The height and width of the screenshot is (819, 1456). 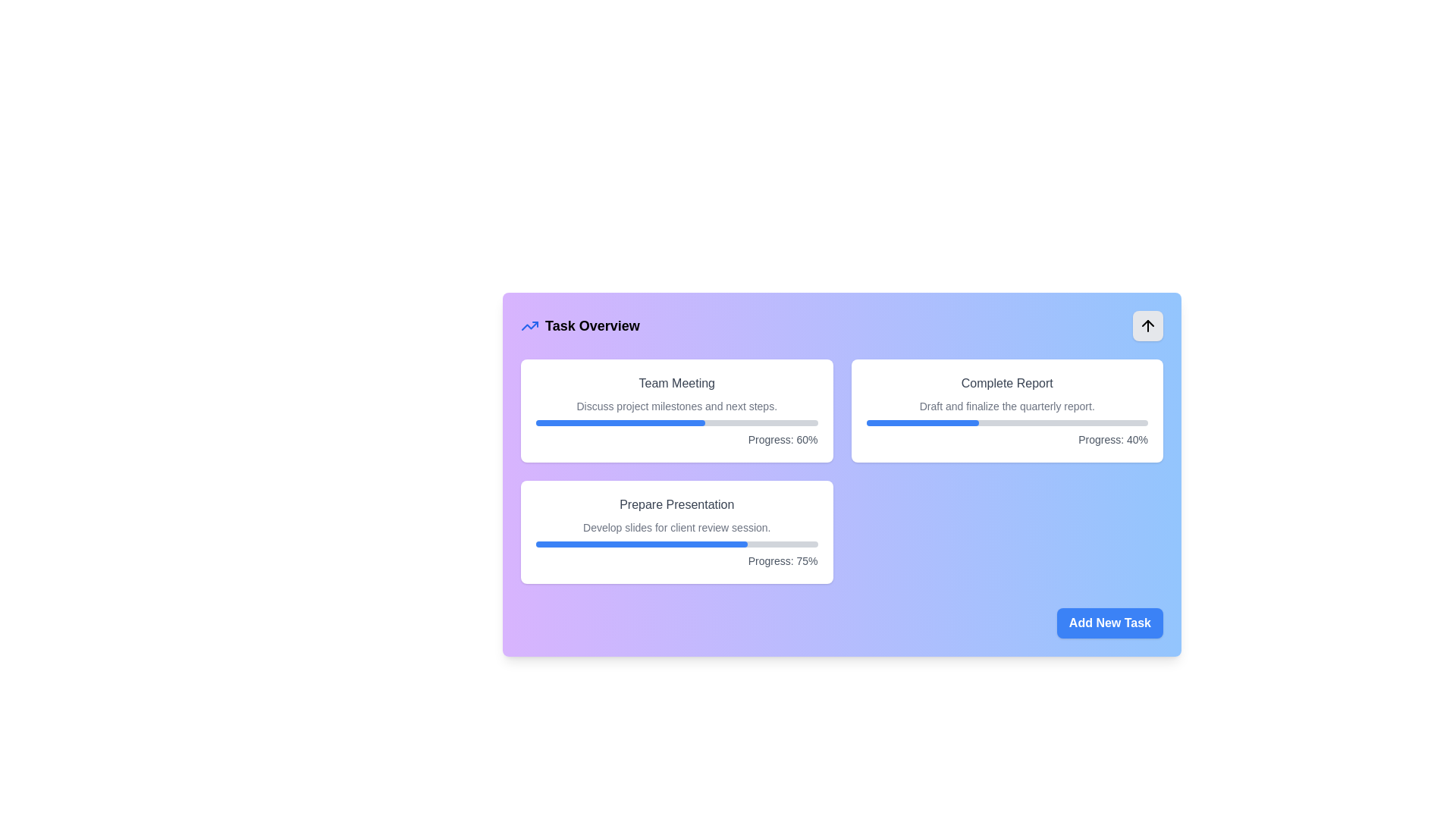 What do you see at coordinates (921, 423) in the screenshot?
I see `the progress indicator that visually represents 40% completion within the 'Complete Report' task component, located in the top-right quadrant of the interface` at bounding box center [921, 423].